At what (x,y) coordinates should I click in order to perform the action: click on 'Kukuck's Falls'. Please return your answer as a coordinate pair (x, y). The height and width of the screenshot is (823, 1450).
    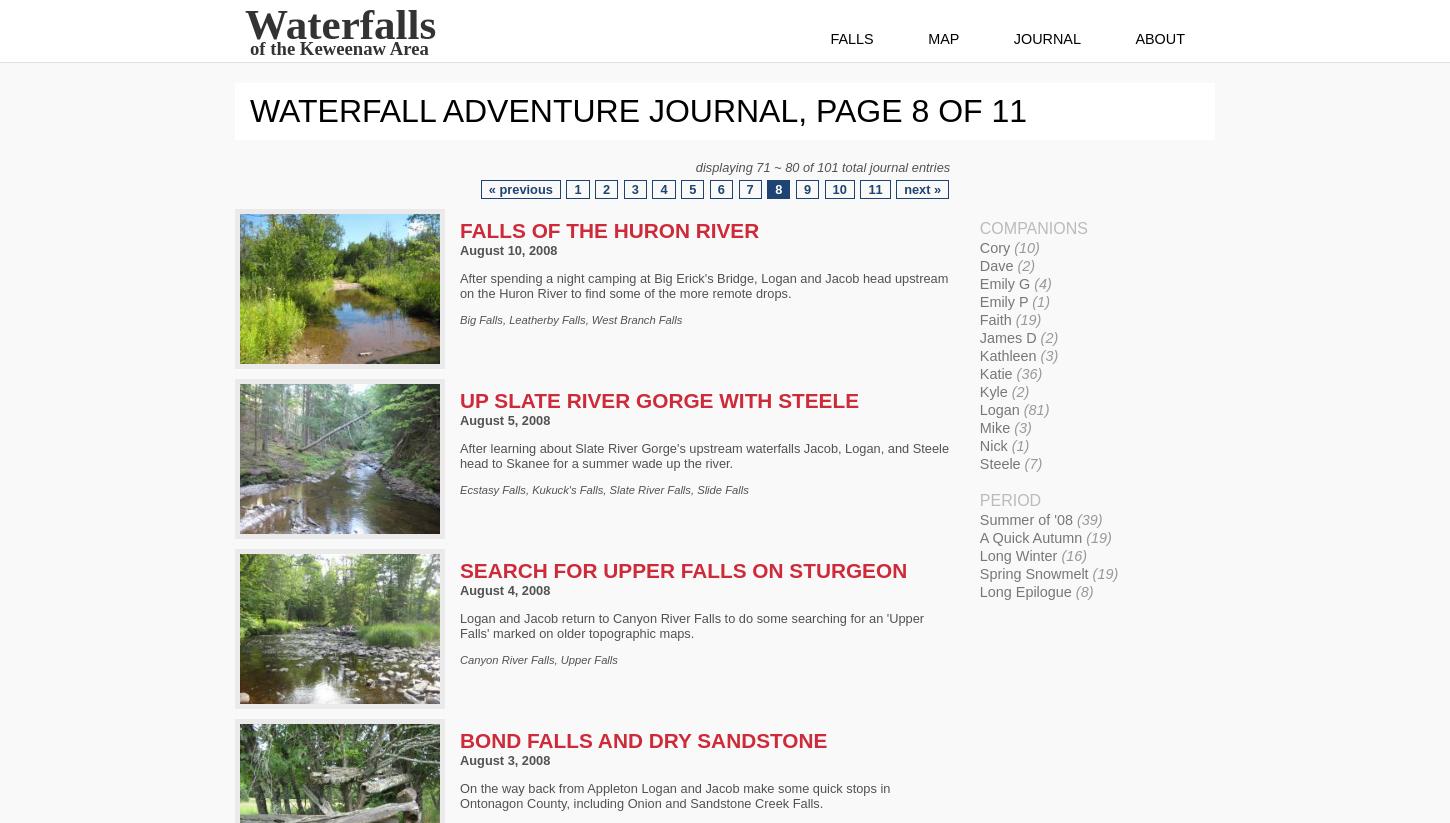
    Looking at the image, I should click on (567, 489).